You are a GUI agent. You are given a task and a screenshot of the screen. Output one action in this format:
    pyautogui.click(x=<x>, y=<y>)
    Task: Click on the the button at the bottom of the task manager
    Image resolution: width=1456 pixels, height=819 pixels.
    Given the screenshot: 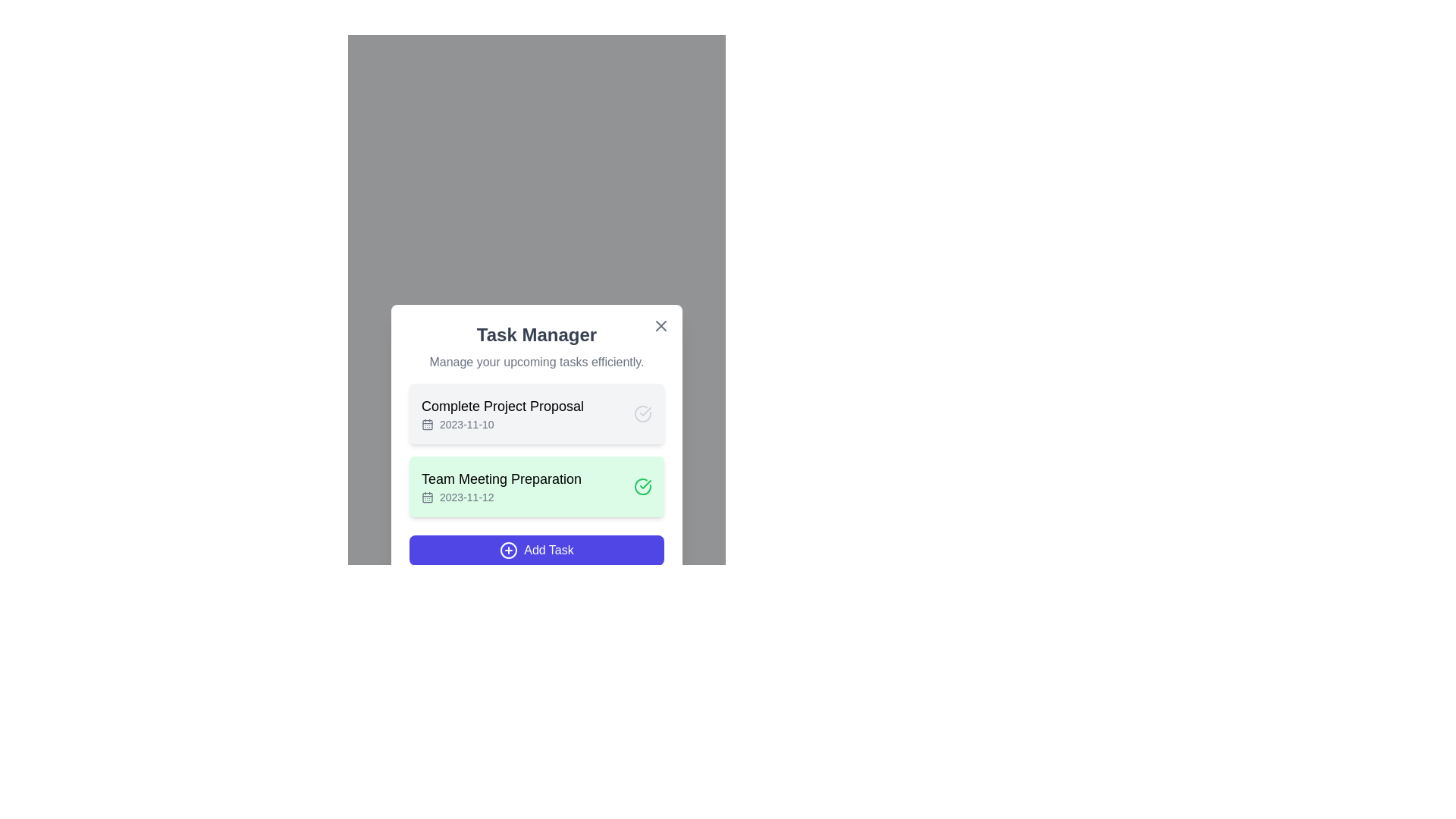 What is the action you would take?
    pyautogui.click(x=537, y=550)
    